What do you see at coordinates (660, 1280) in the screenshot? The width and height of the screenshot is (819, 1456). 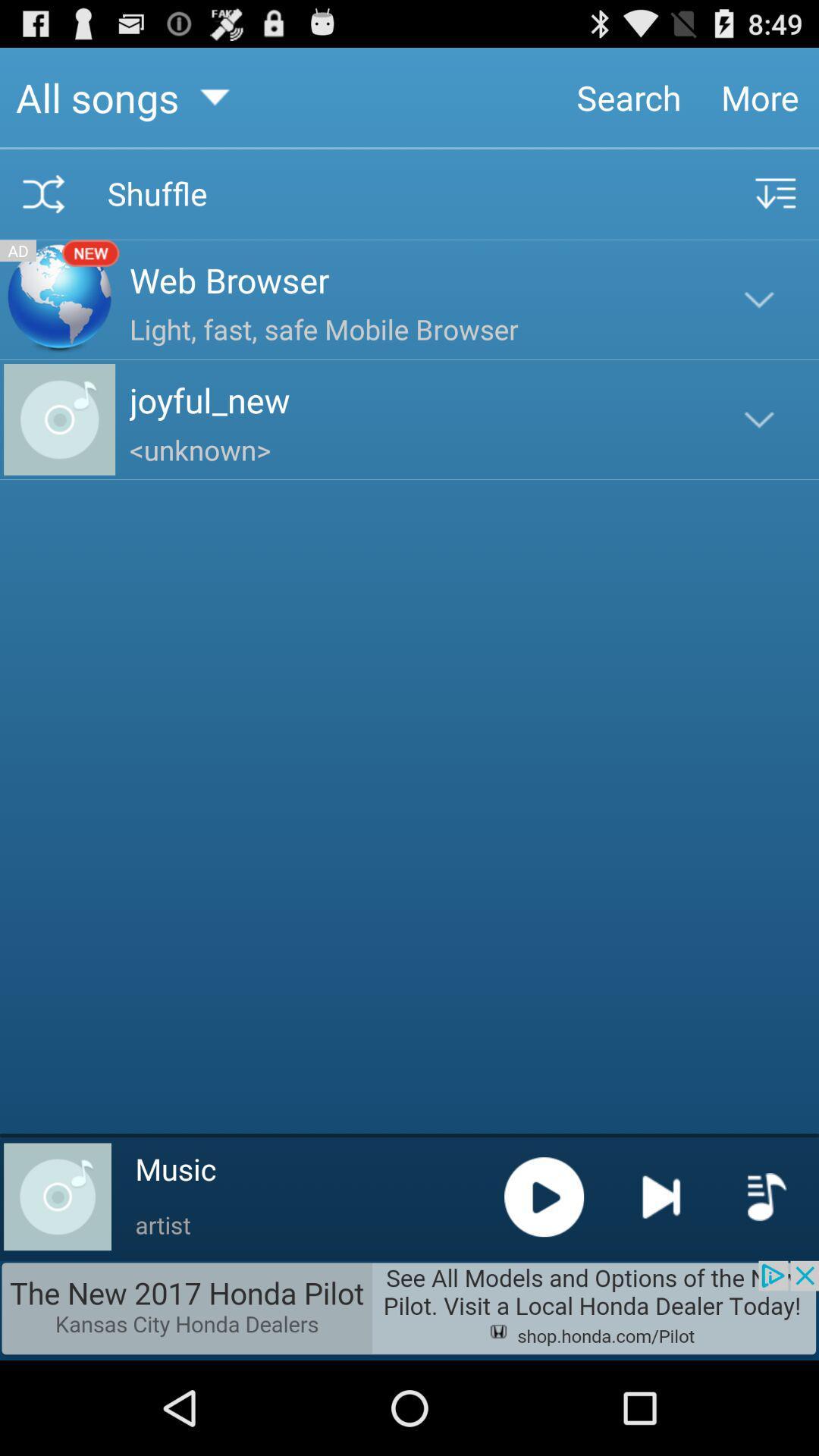 I see `the skip_next icon` at bounding box center [660, 1280].